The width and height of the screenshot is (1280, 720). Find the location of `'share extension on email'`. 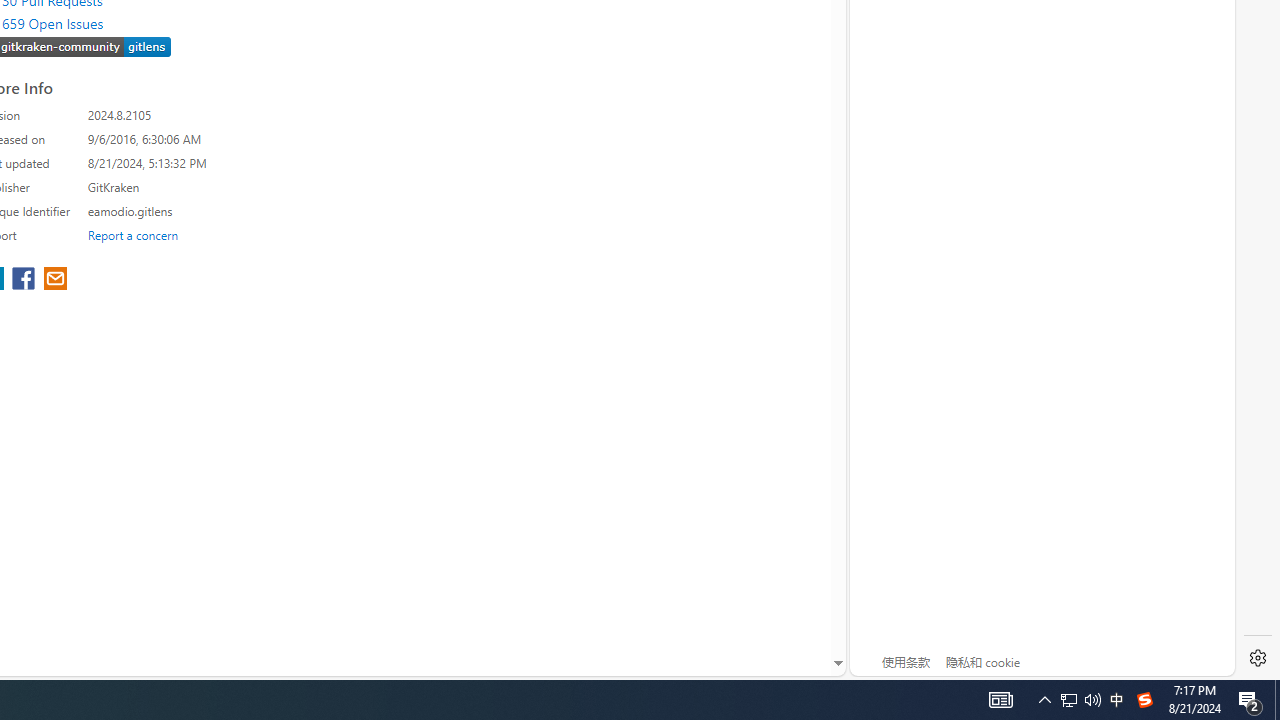

'share extension on email' is located at coordinates (55, 280).